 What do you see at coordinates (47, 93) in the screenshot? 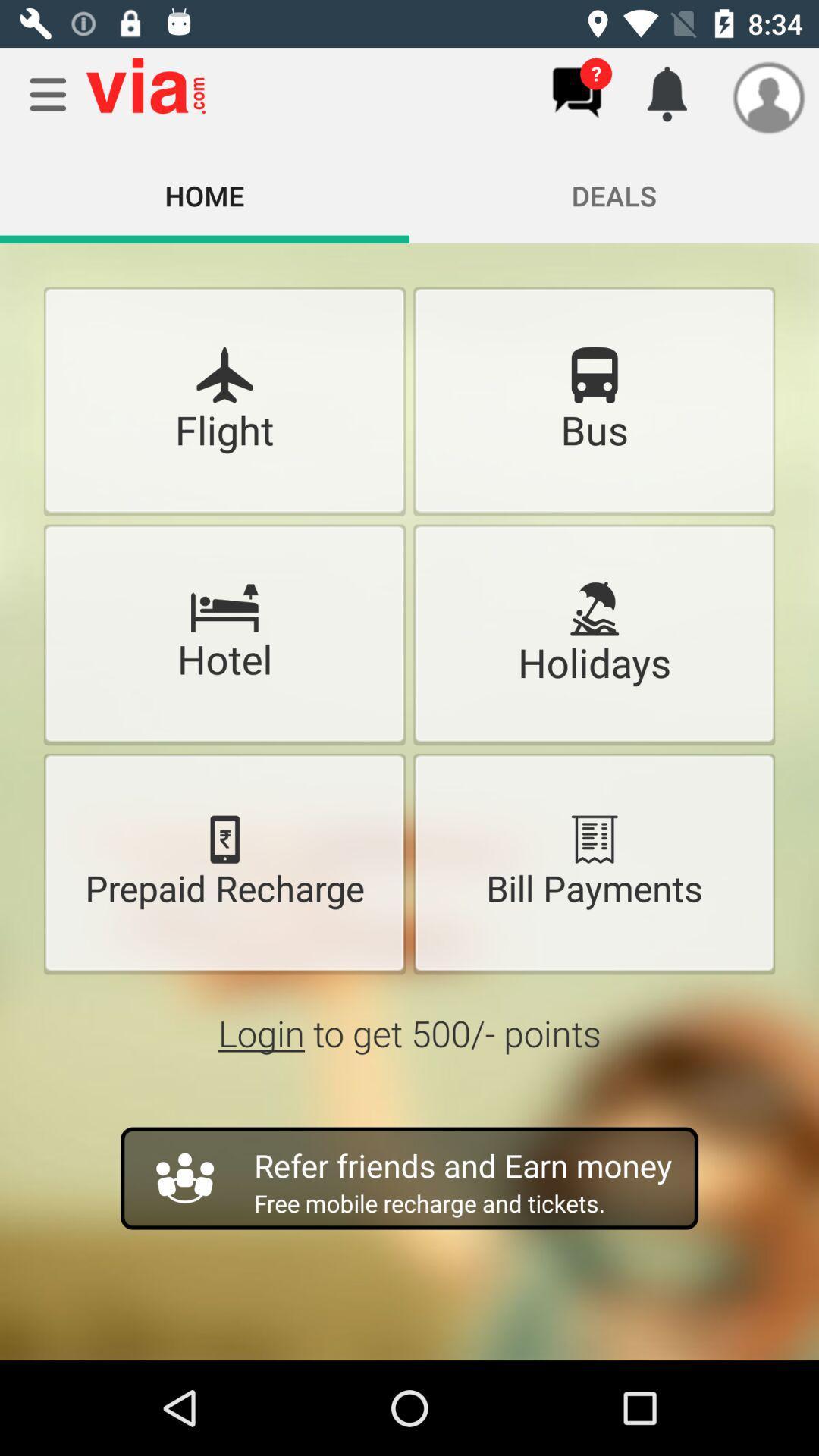
I see `menu` at bounding box center [47, 93].